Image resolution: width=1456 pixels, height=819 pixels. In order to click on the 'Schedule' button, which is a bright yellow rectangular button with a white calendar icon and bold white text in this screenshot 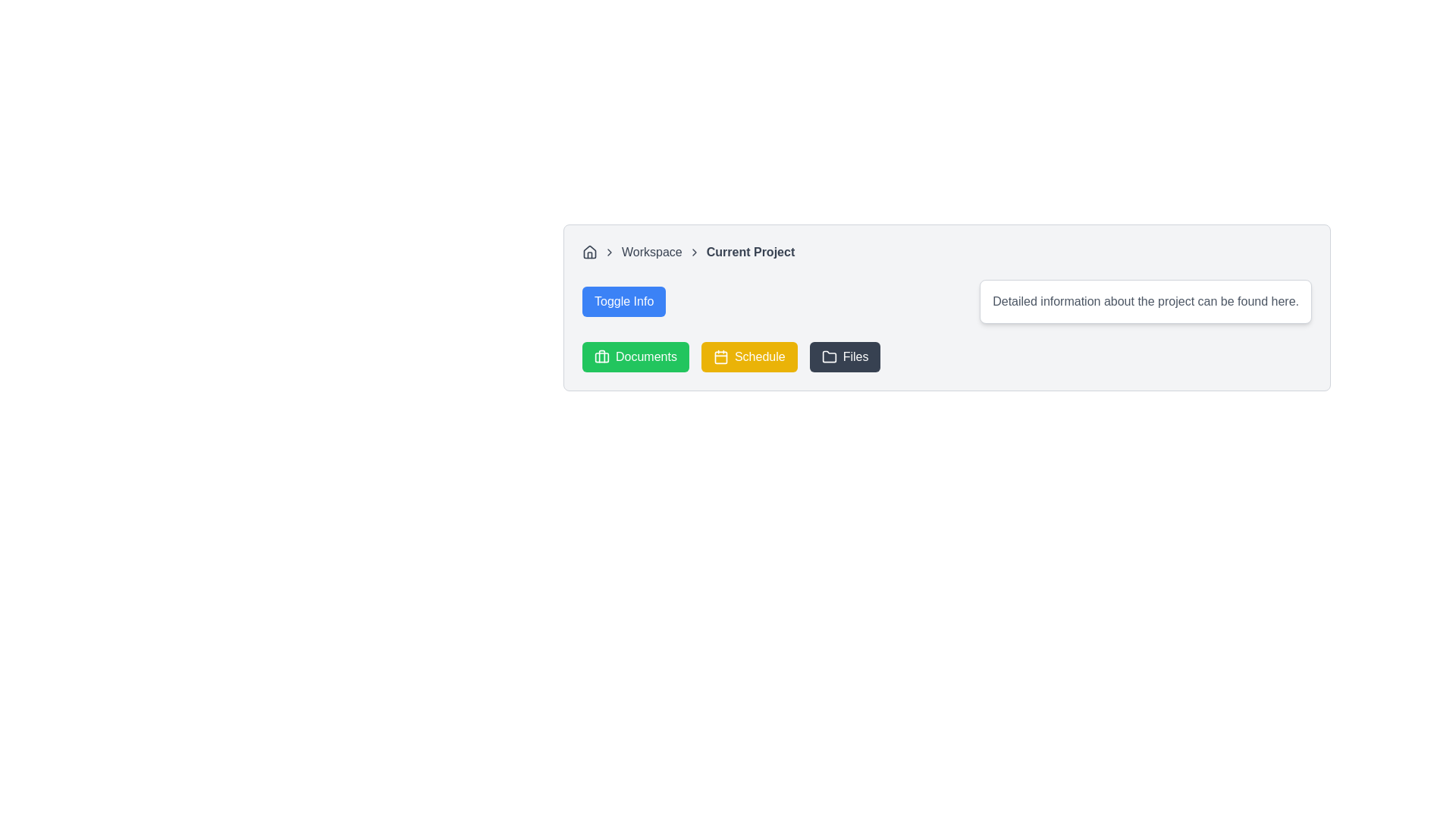, I will do `click(749, 356)`.